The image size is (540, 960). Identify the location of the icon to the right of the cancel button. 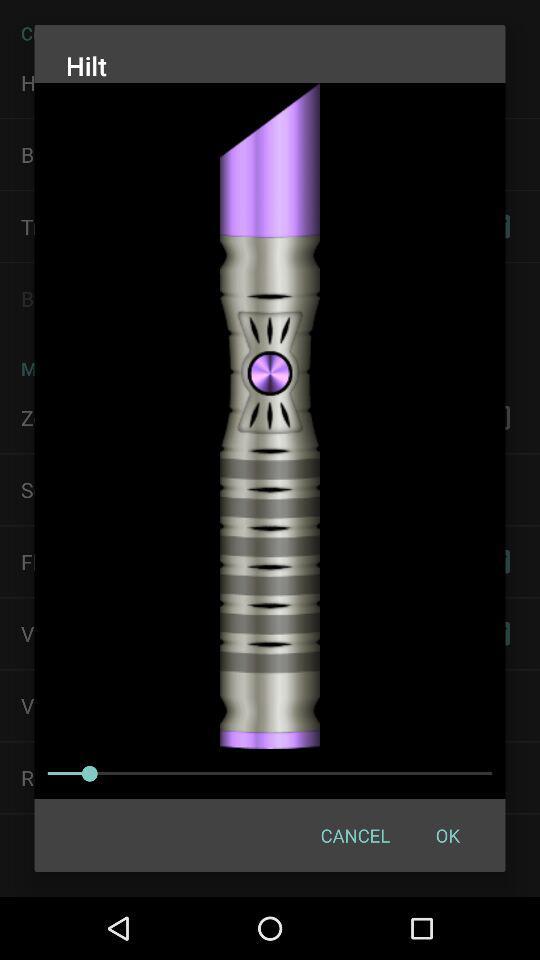
(447, 835).